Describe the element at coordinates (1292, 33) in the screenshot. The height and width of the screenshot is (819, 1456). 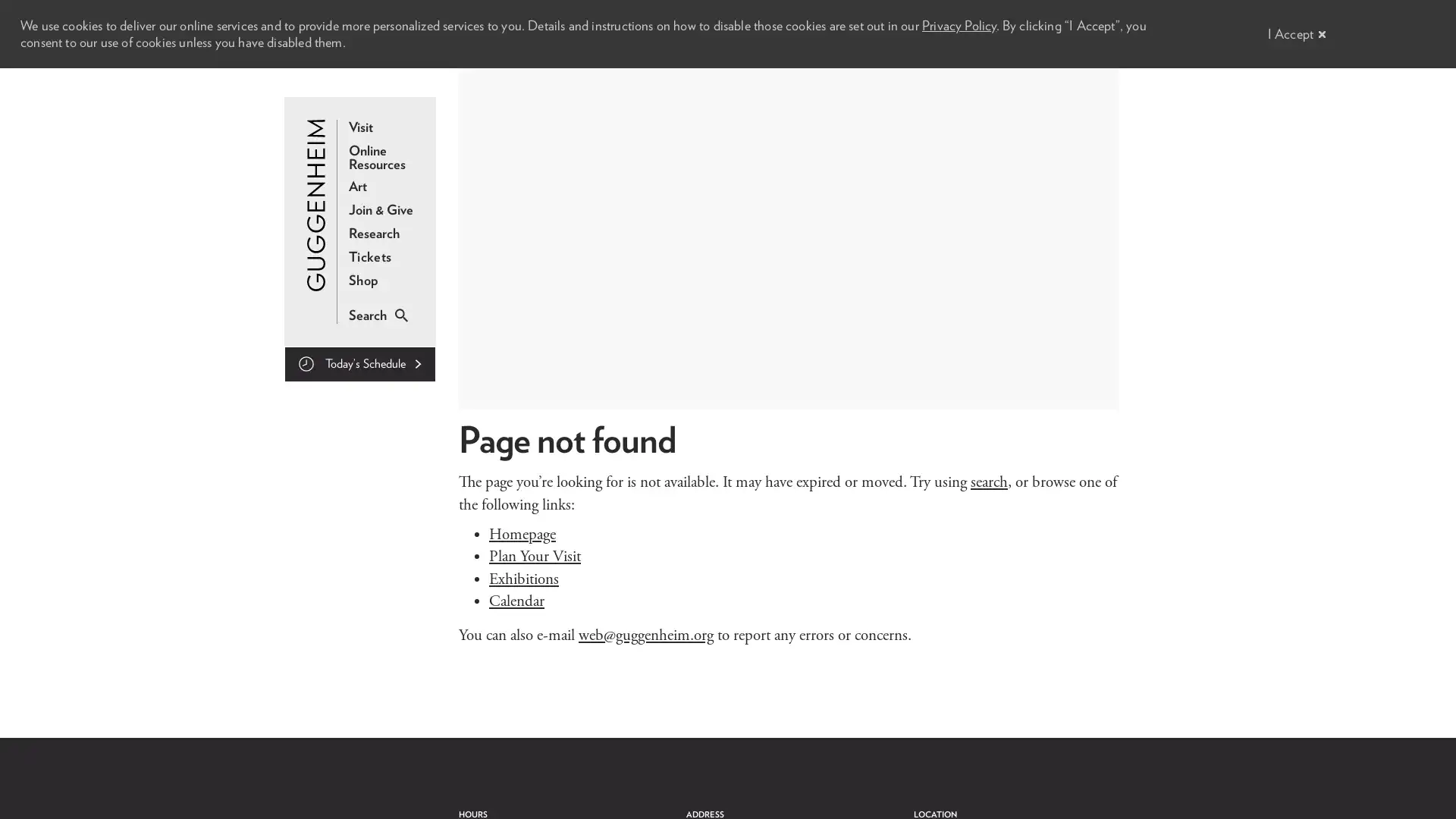
I see `I Accept` at that location.